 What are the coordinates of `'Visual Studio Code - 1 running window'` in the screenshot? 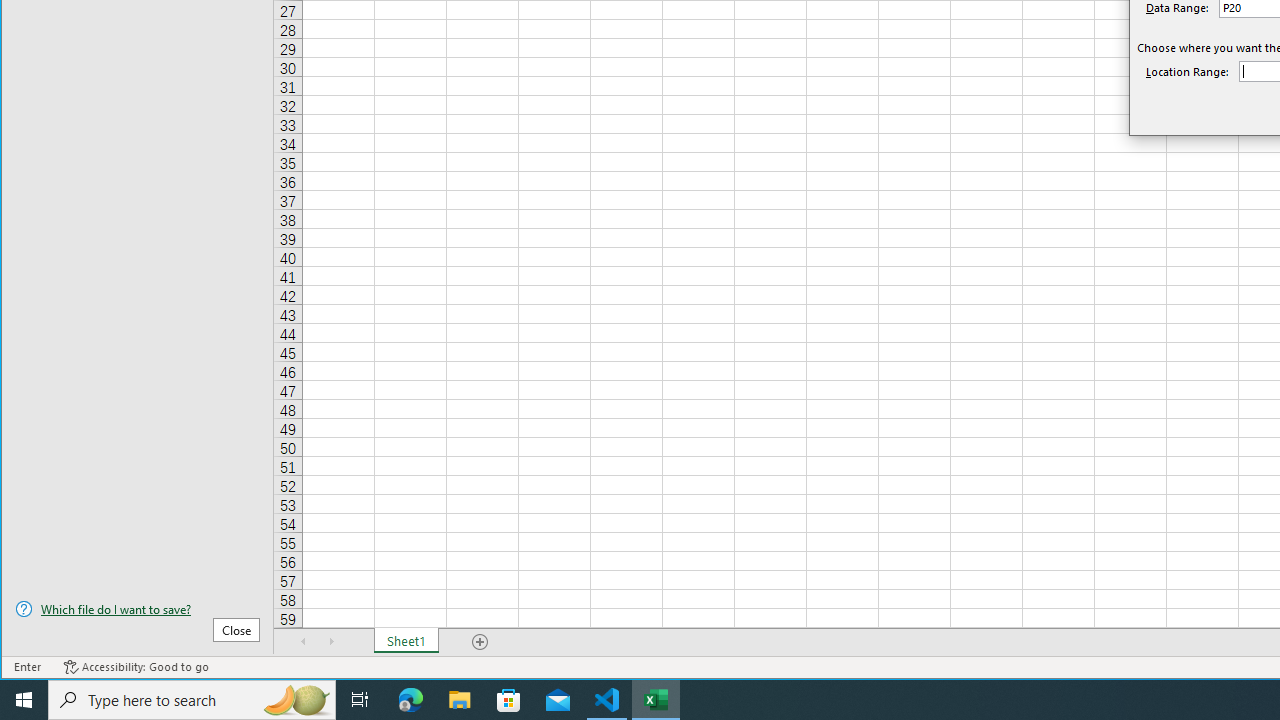 It's located at (606, 698).